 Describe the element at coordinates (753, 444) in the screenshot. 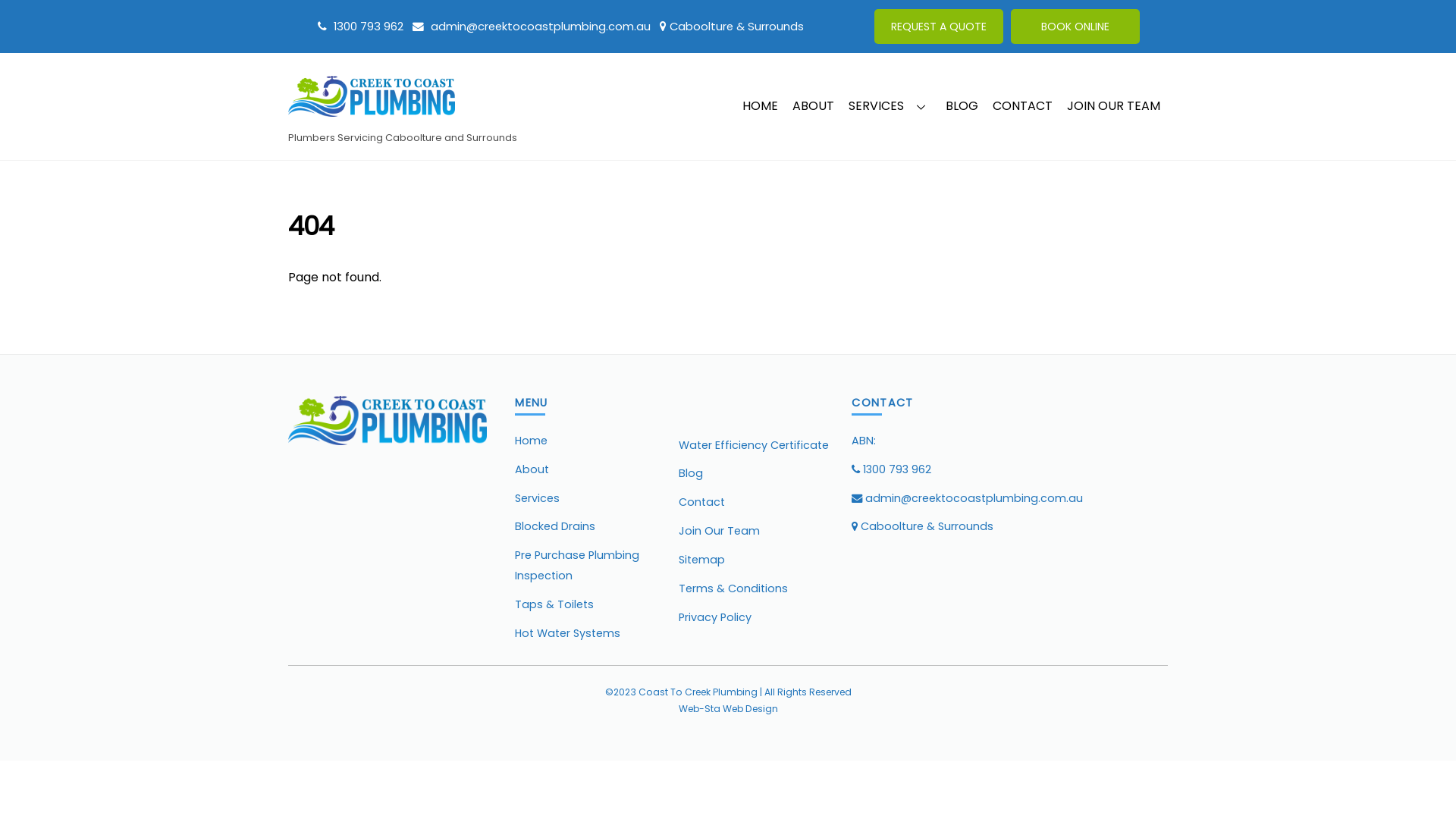

I see `'Water Efficiency Certificate'` at that location.